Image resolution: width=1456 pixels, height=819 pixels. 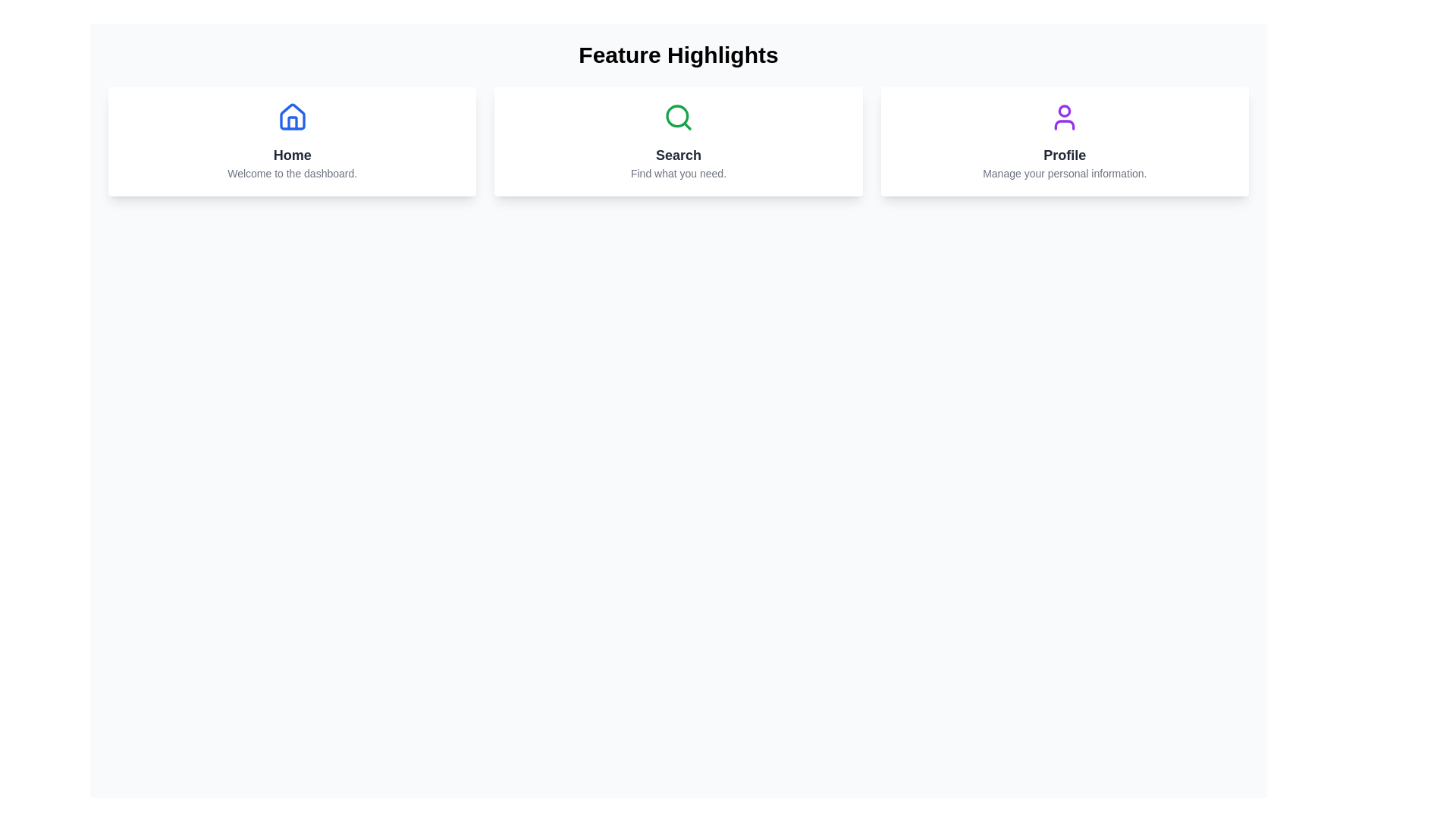 What do you see at coordinates (292, 155) in the screenshot?
I see `the 'Home' text label, which serves as a heading for its section, positioned between a house icon and a smaller text reading 'Welcome to the dashboard.'` at bounding box center [292, 155].